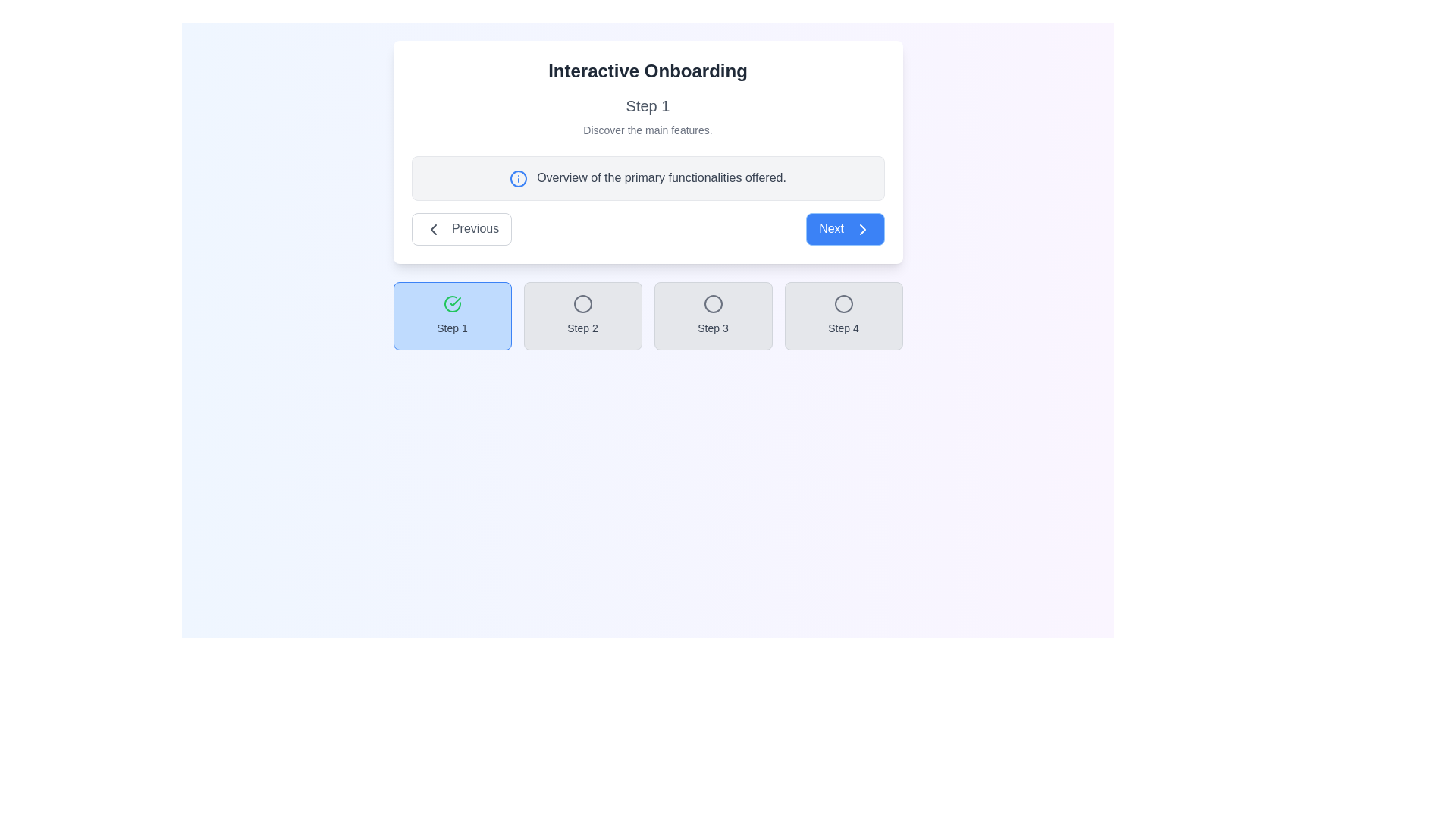  I want to click on the fourth step button-like indicator, so click(843, 315).